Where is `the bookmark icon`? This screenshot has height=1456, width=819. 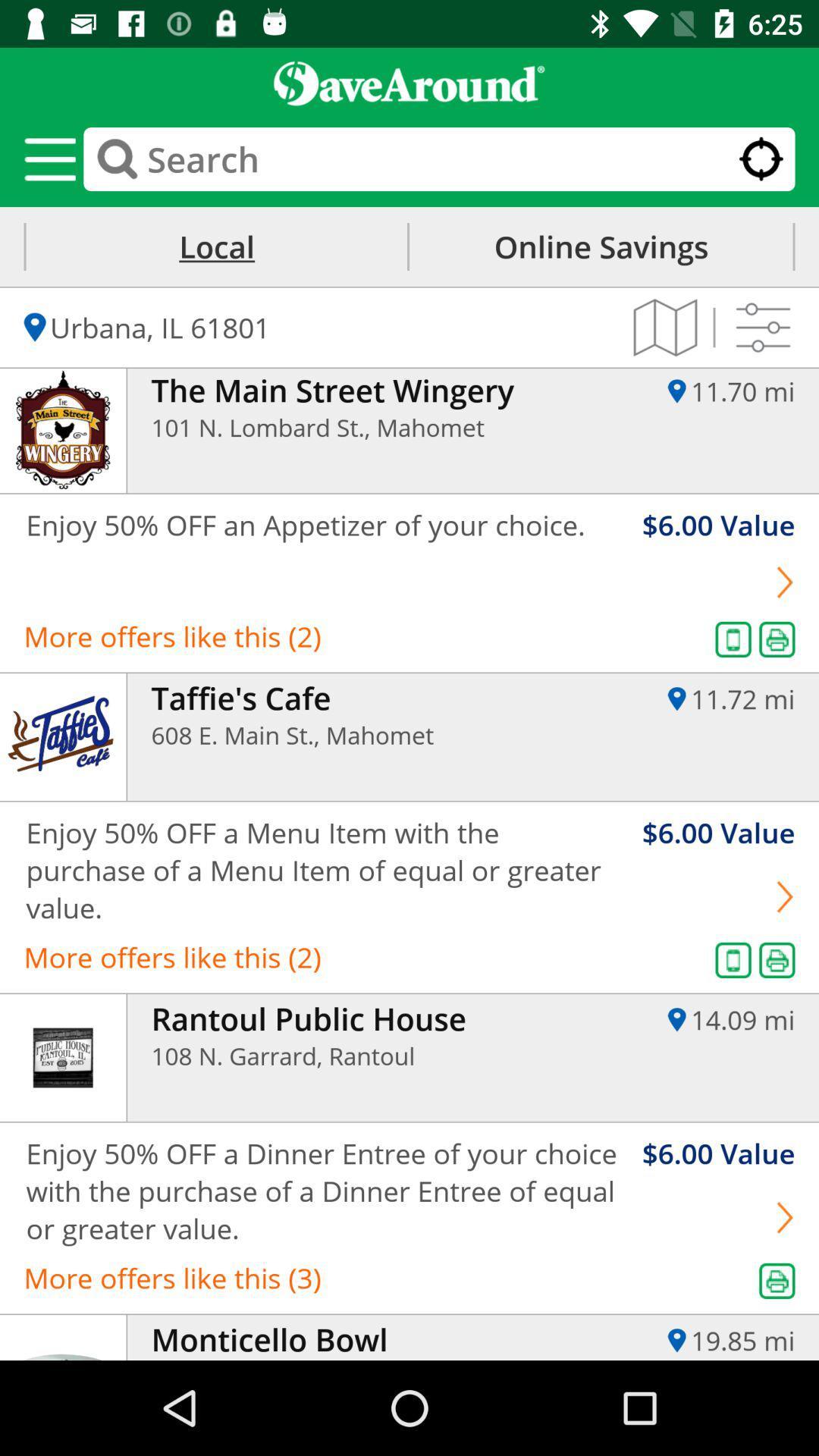
the bookmark icon is located at coordinates (664, 327).